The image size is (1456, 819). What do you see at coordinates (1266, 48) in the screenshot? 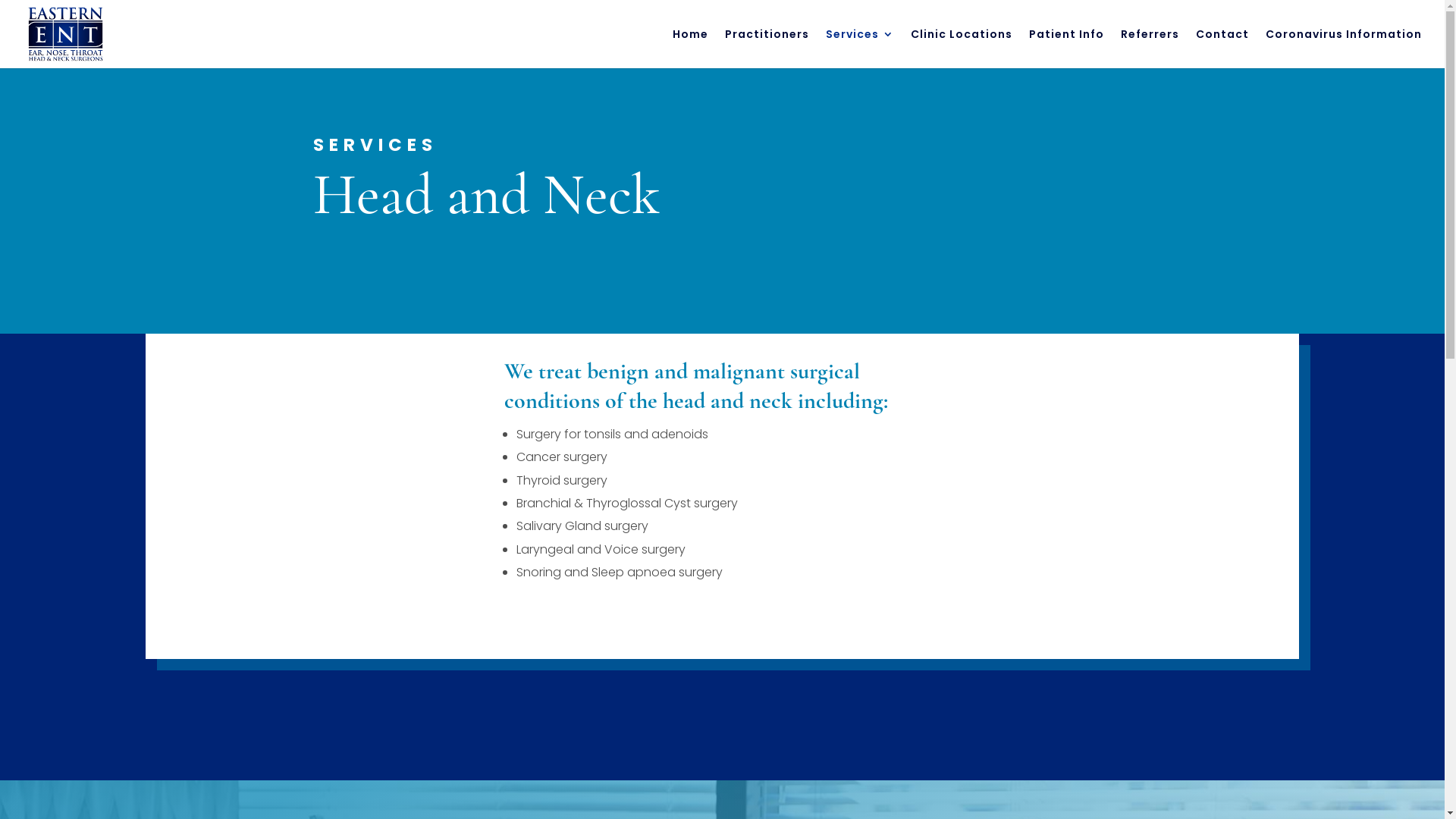
I see `'Coronavirus Information'` at bounding box center [1266, 48].